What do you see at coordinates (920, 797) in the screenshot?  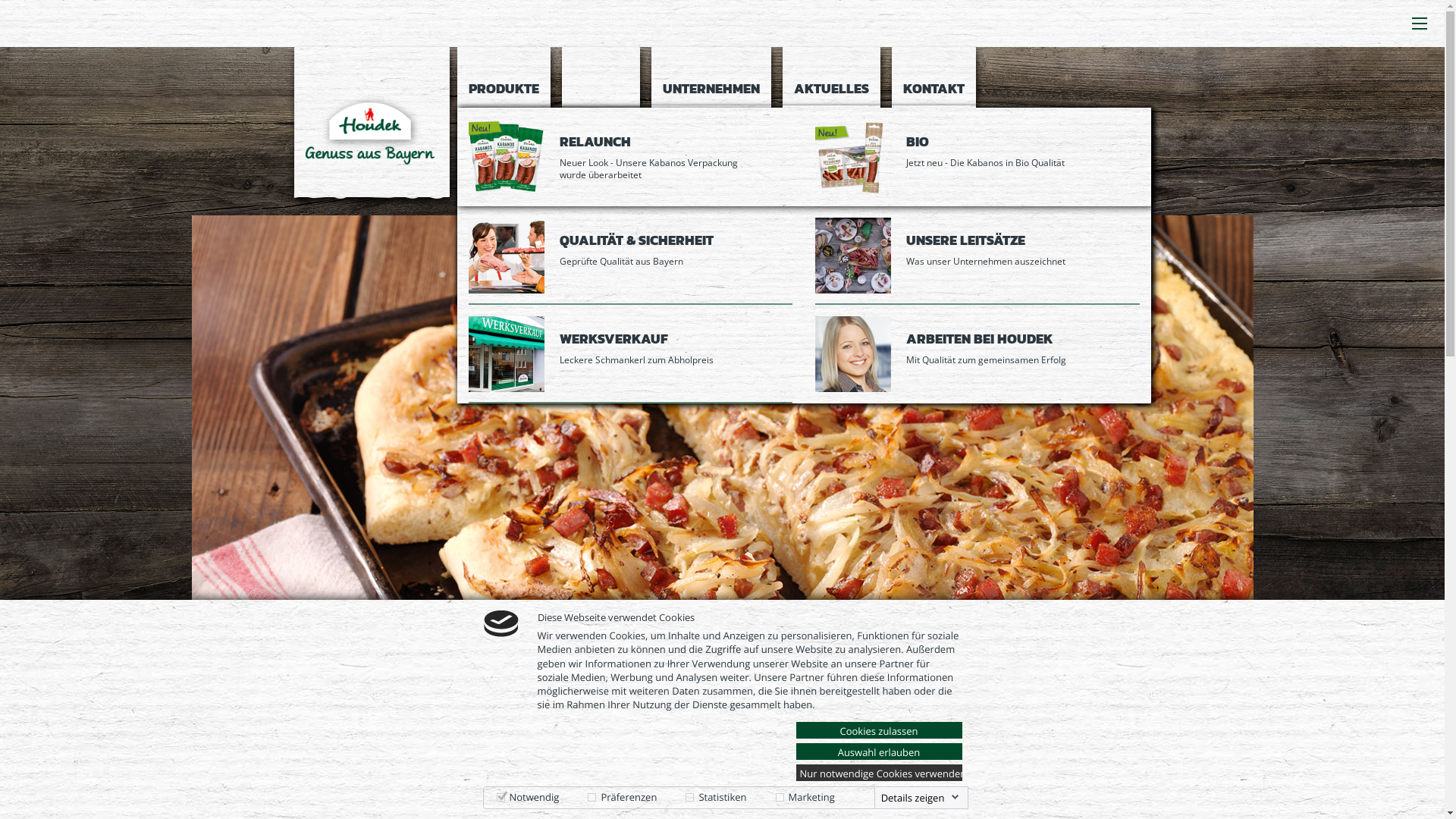 I see `'Details zeigen'` at bounding box center [920, 797].